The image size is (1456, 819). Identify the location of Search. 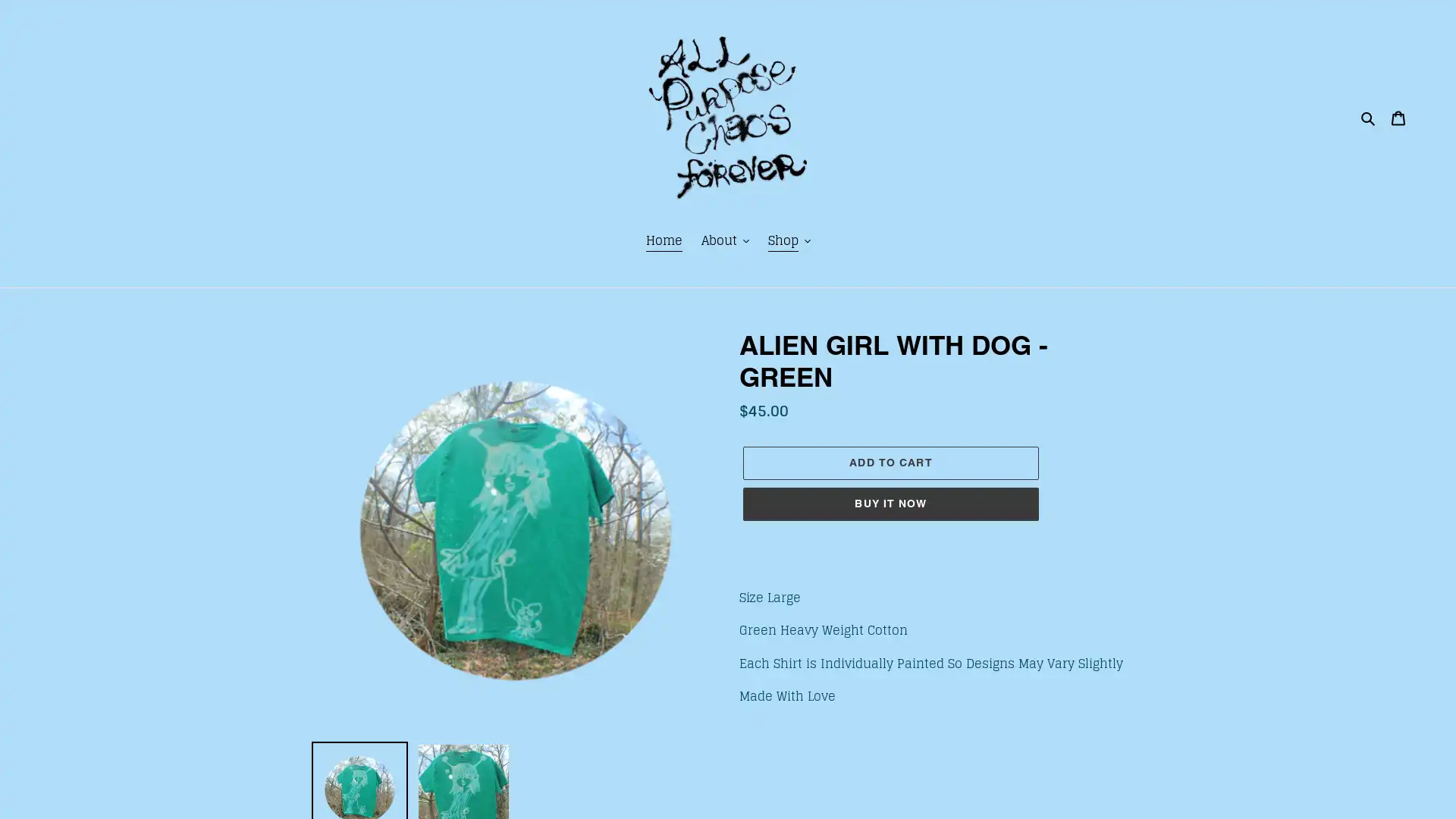
(1368, 116).